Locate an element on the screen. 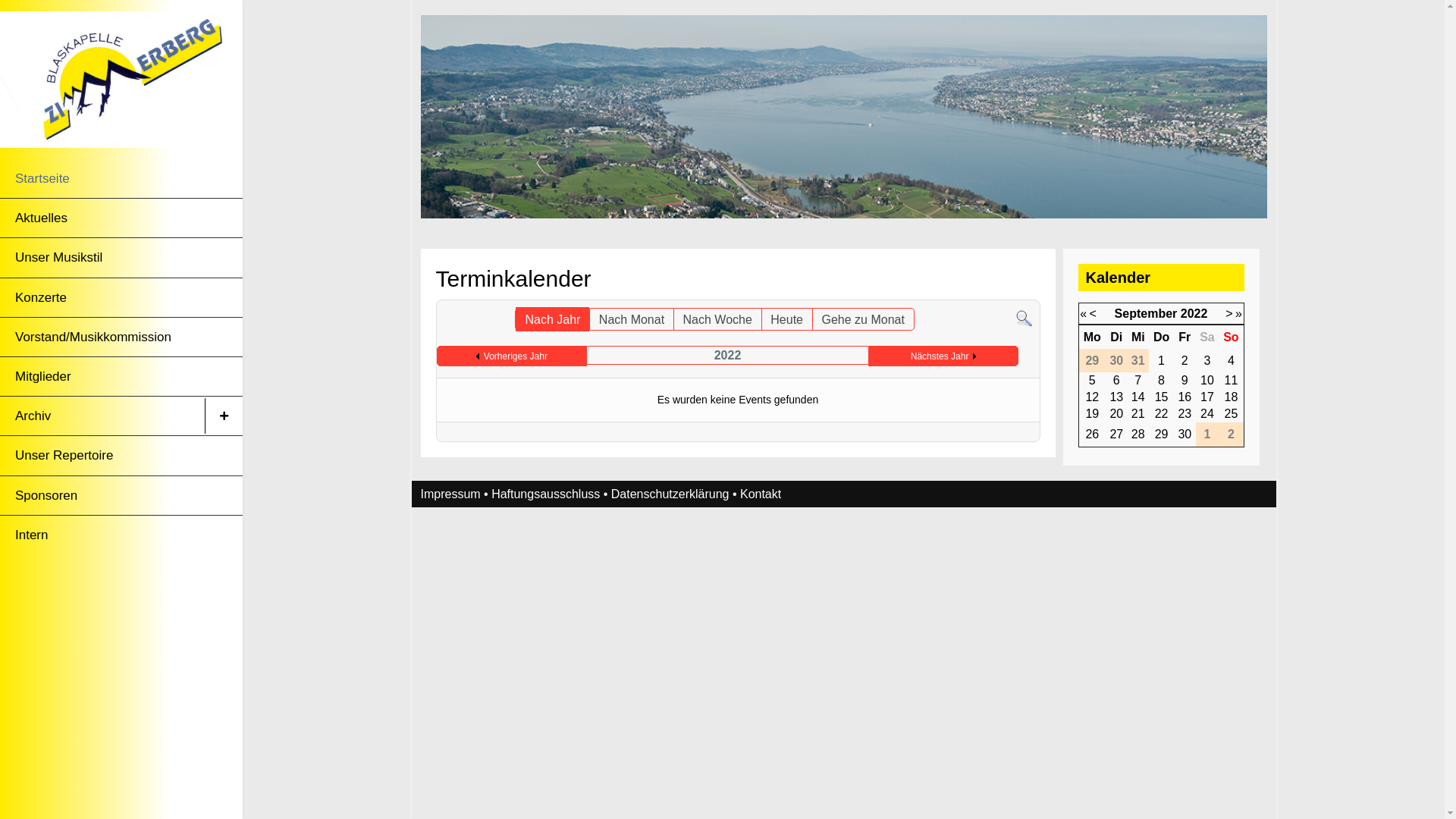 This screenshot has width=1456, height=819. '20' is located at coordinates (1116, 413).